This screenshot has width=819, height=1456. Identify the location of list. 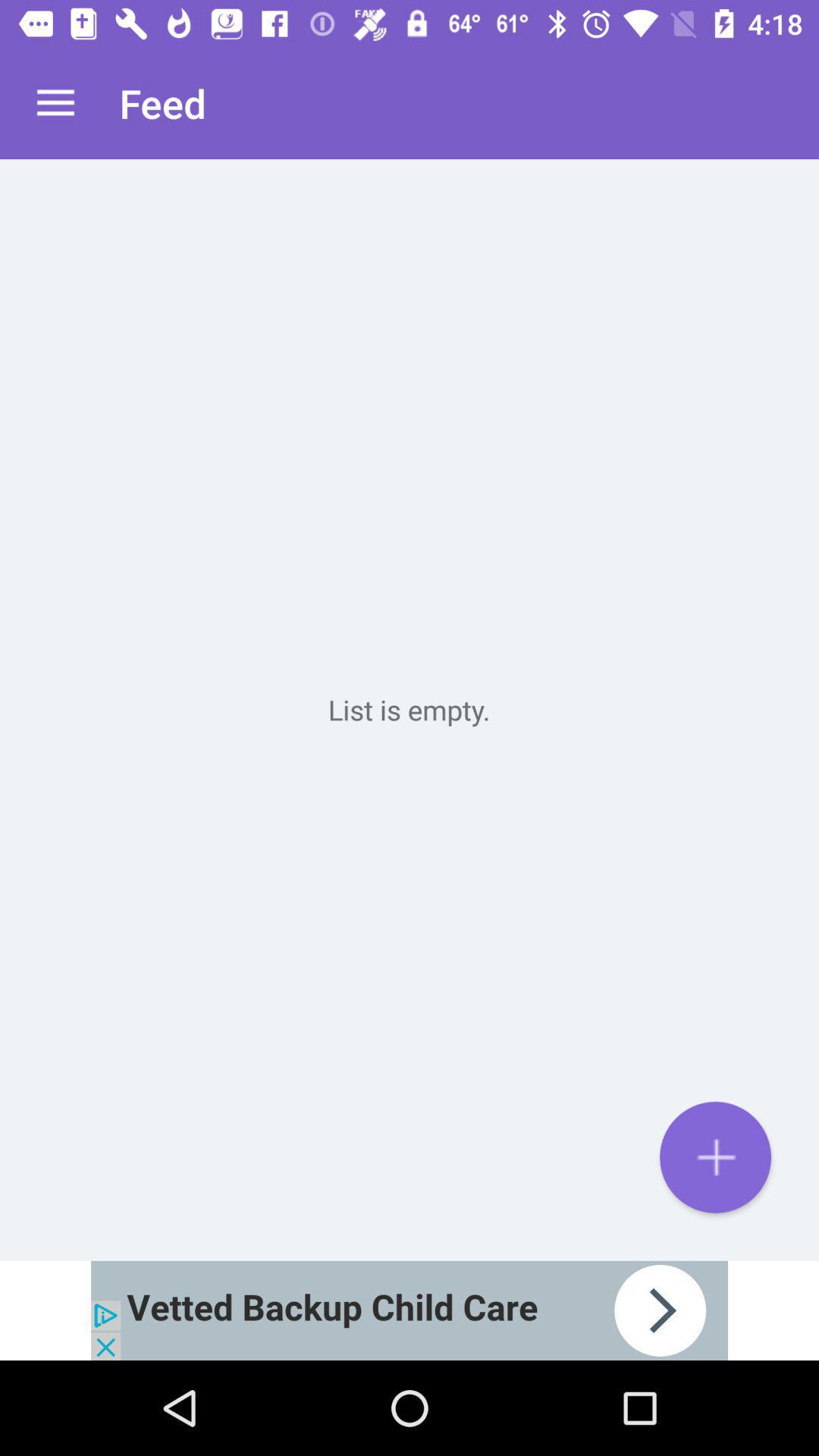
(715, 1156).